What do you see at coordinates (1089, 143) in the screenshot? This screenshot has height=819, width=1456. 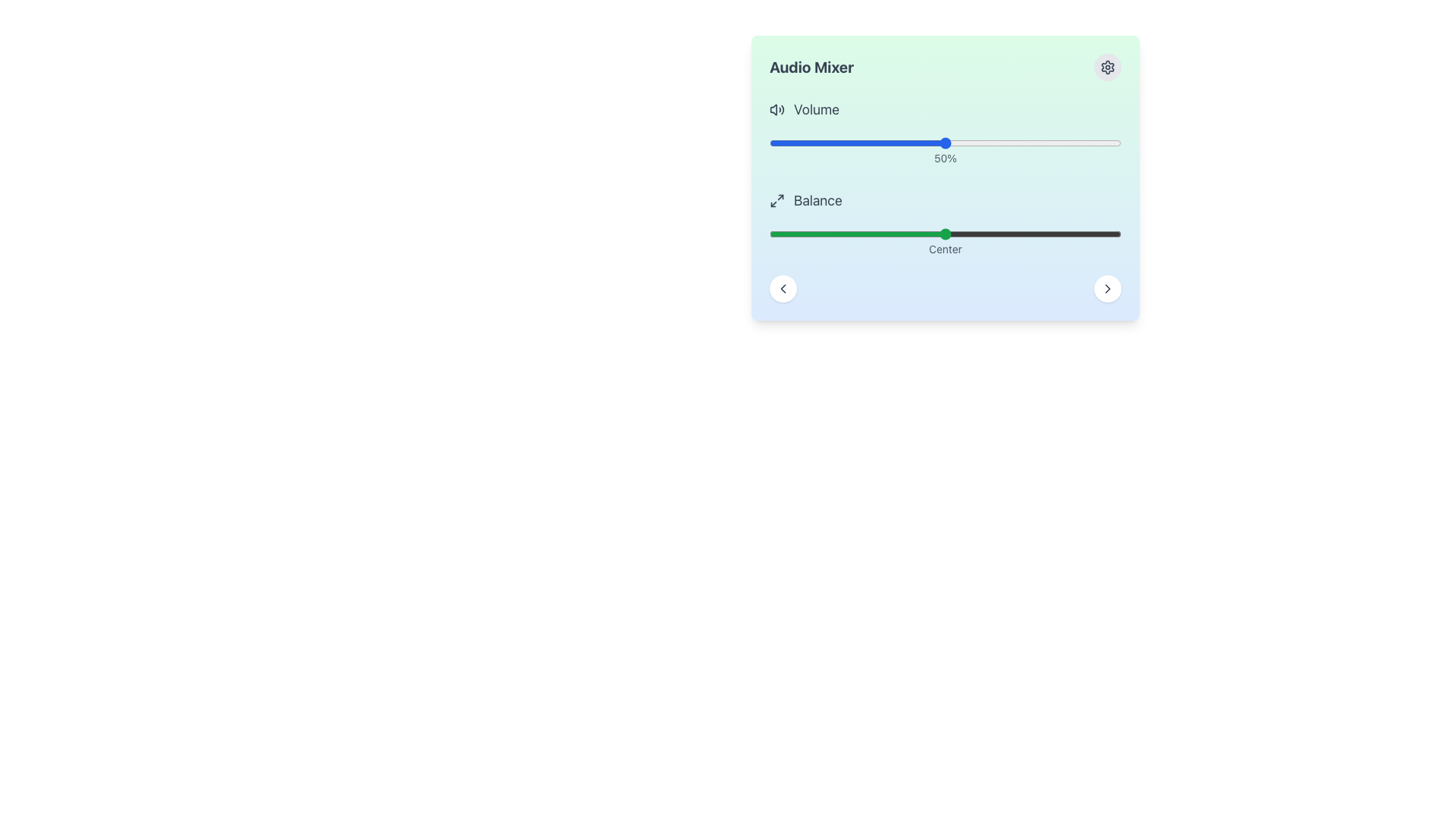 I see `the volume` at bounding box center [1089, 143].